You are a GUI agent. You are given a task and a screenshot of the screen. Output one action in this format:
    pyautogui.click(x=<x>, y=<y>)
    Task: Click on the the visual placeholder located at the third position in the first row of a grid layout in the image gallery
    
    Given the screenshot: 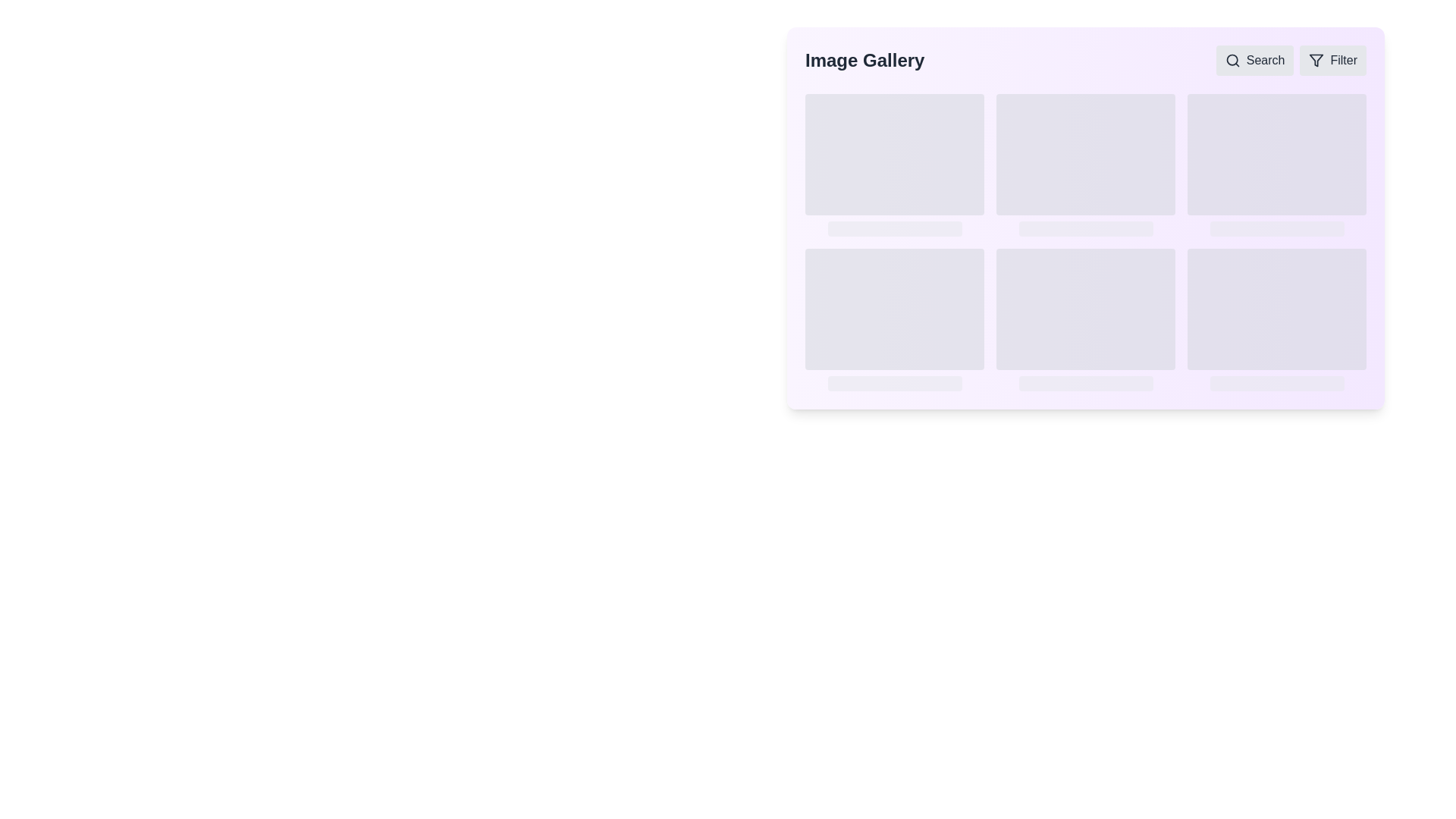 What is the action you would take?
    pyautogui.click(x=1276, y=165)
    